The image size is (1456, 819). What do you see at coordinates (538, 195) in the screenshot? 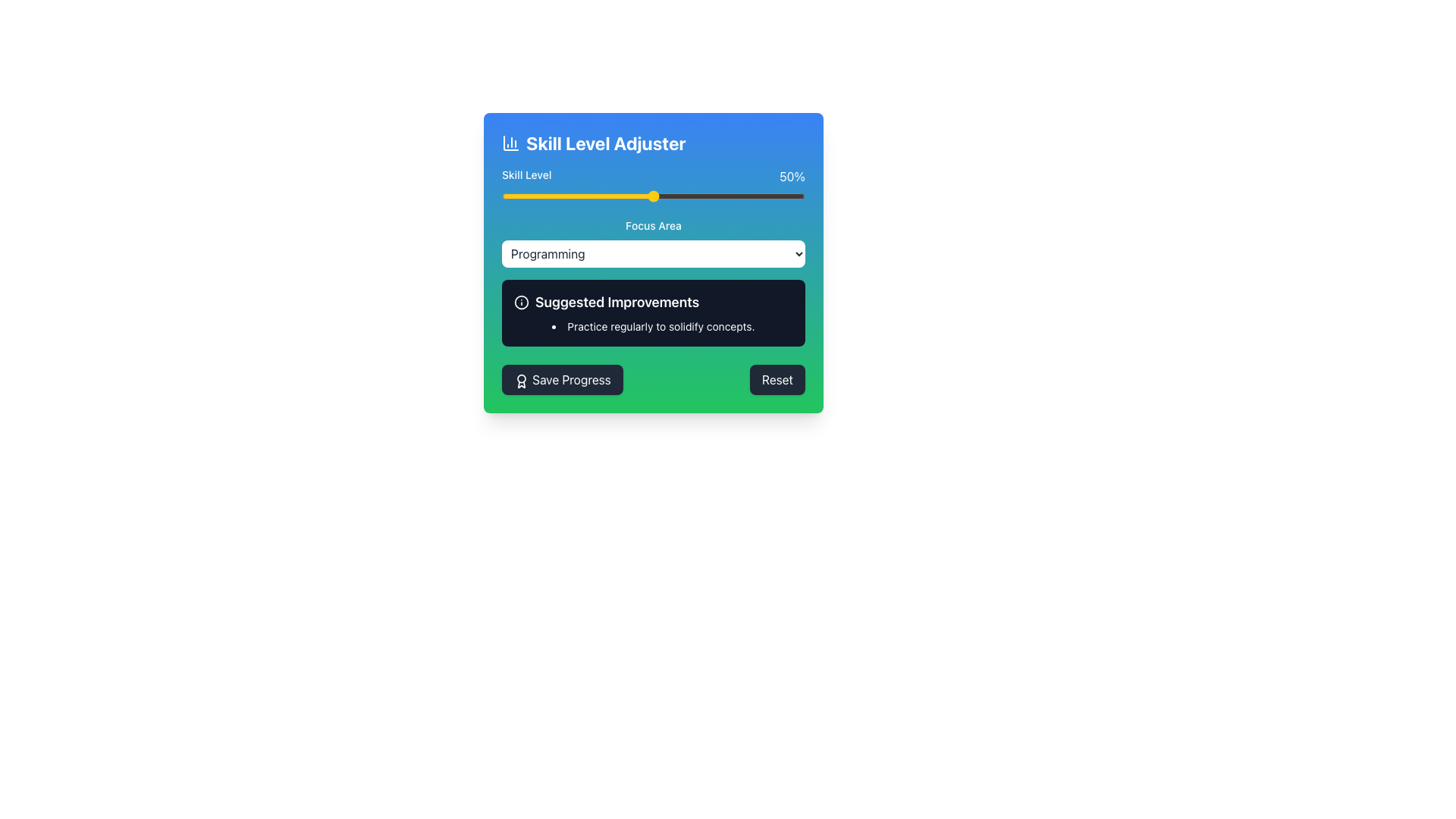
I see `the skill level` at bounding box center [538, 195].